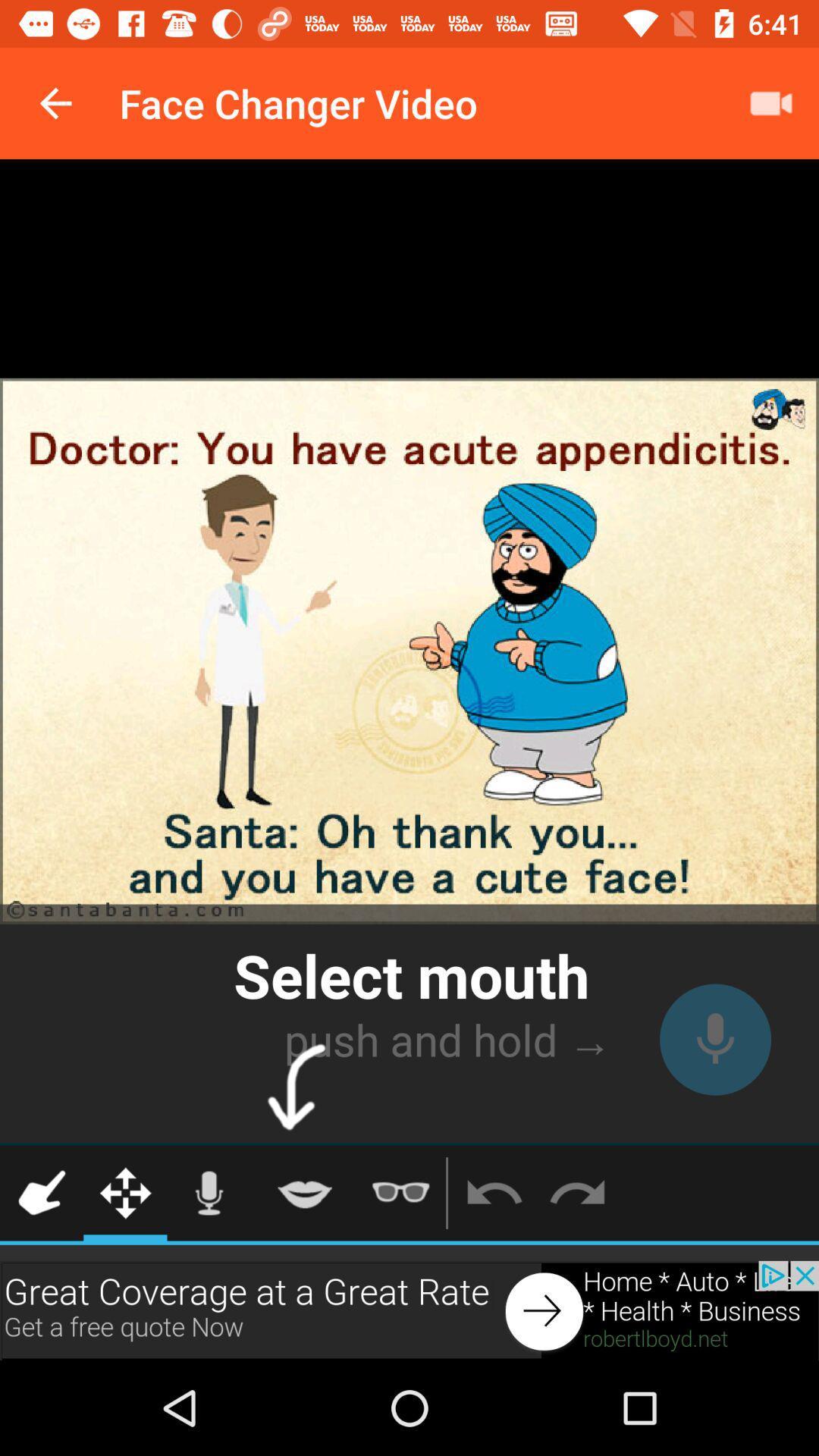 Image resolution: width=819 pixels, height=1456 pixels. What do you see at coordinates (409, 1310) in the screenshot?
I see `advertisement page` at bounding box center [409, 1310].